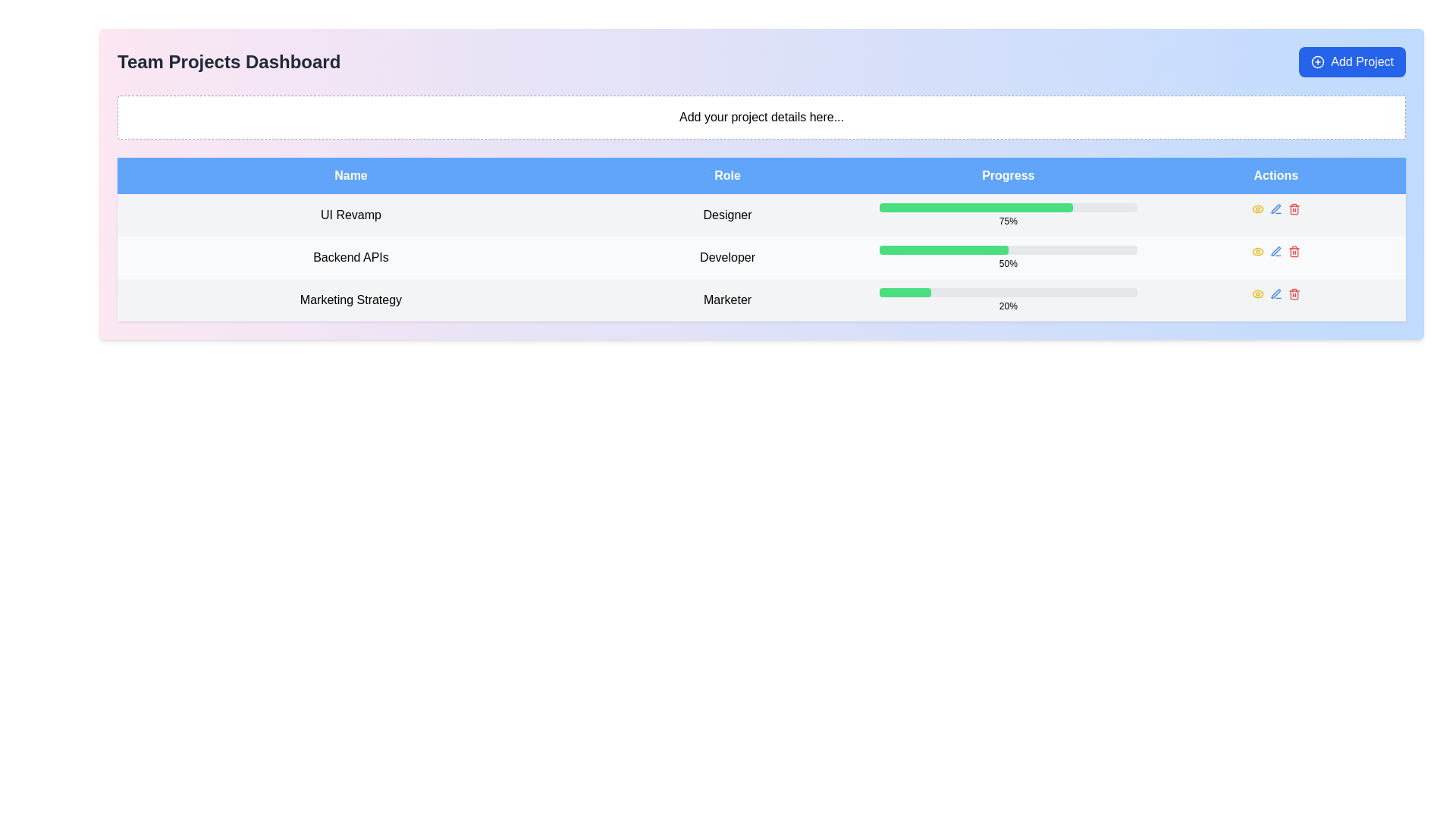 The height and width of the screenshot is (819, 1456). I want to click on the static text label indicating the role associated with the 'UI Revamp' entry in the second cell under the 'Role' column, so click(726, 215).